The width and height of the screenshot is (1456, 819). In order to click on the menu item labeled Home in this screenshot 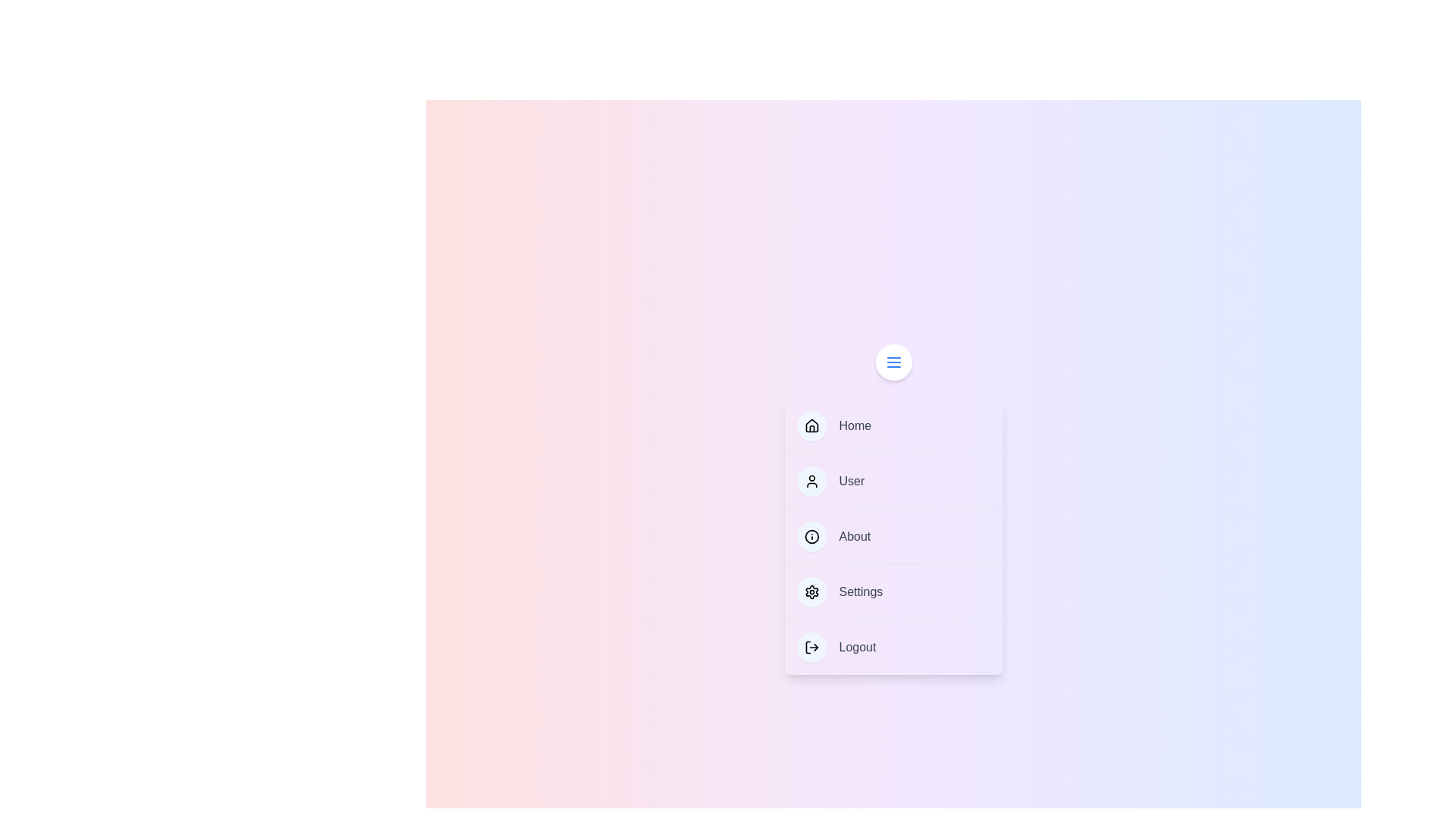, I will do `click(893, 426)`.